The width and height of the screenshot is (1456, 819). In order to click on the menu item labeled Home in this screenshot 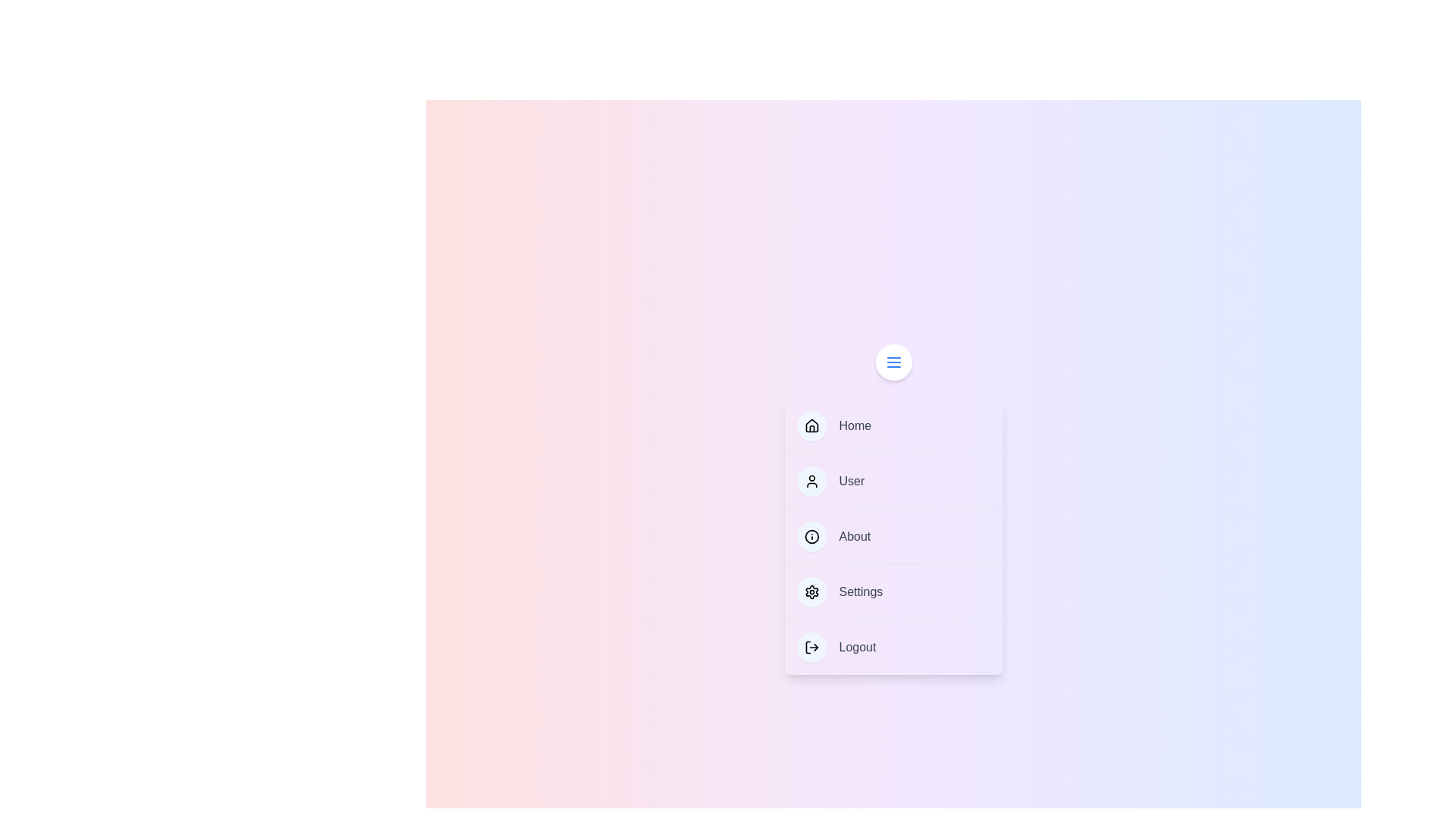, I will do `click(893, 426)`.